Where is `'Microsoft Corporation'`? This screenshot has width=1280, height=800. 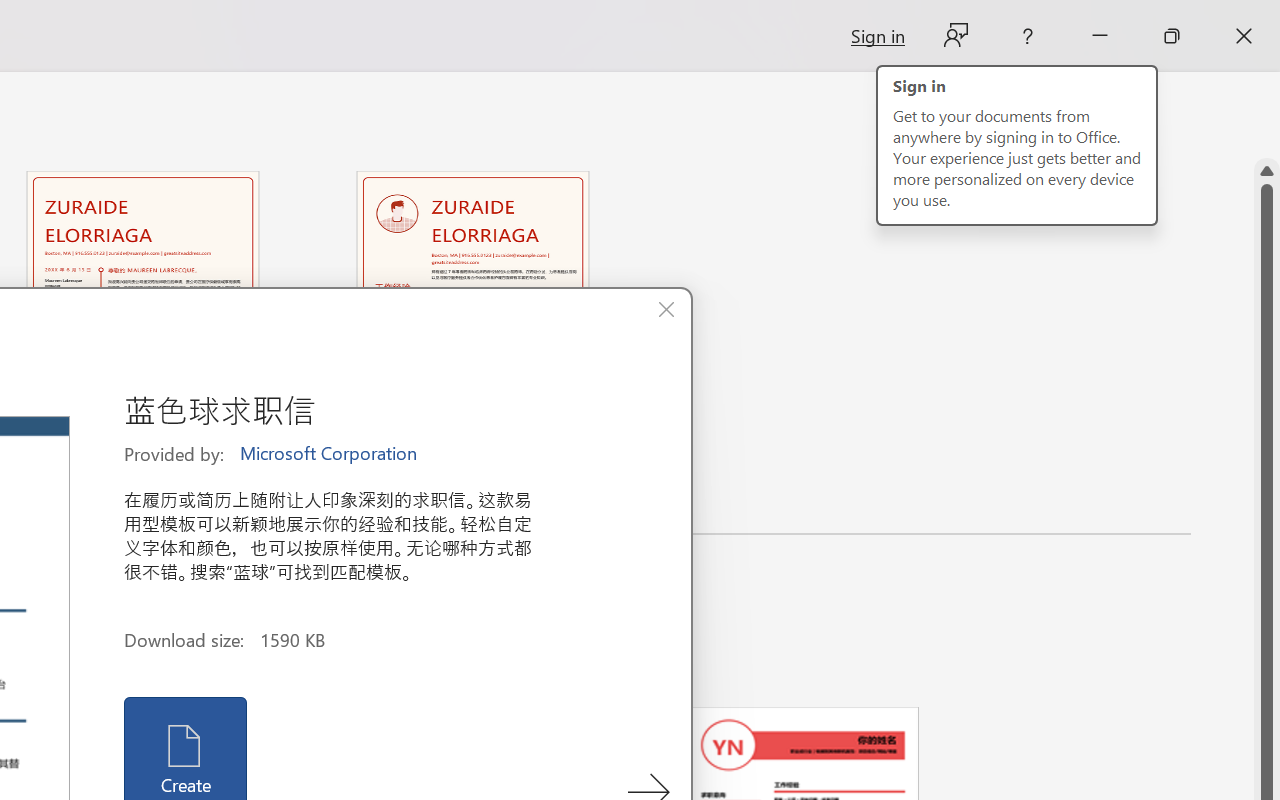 'Microsoft Corporation' is located at coordinates (330, 453).